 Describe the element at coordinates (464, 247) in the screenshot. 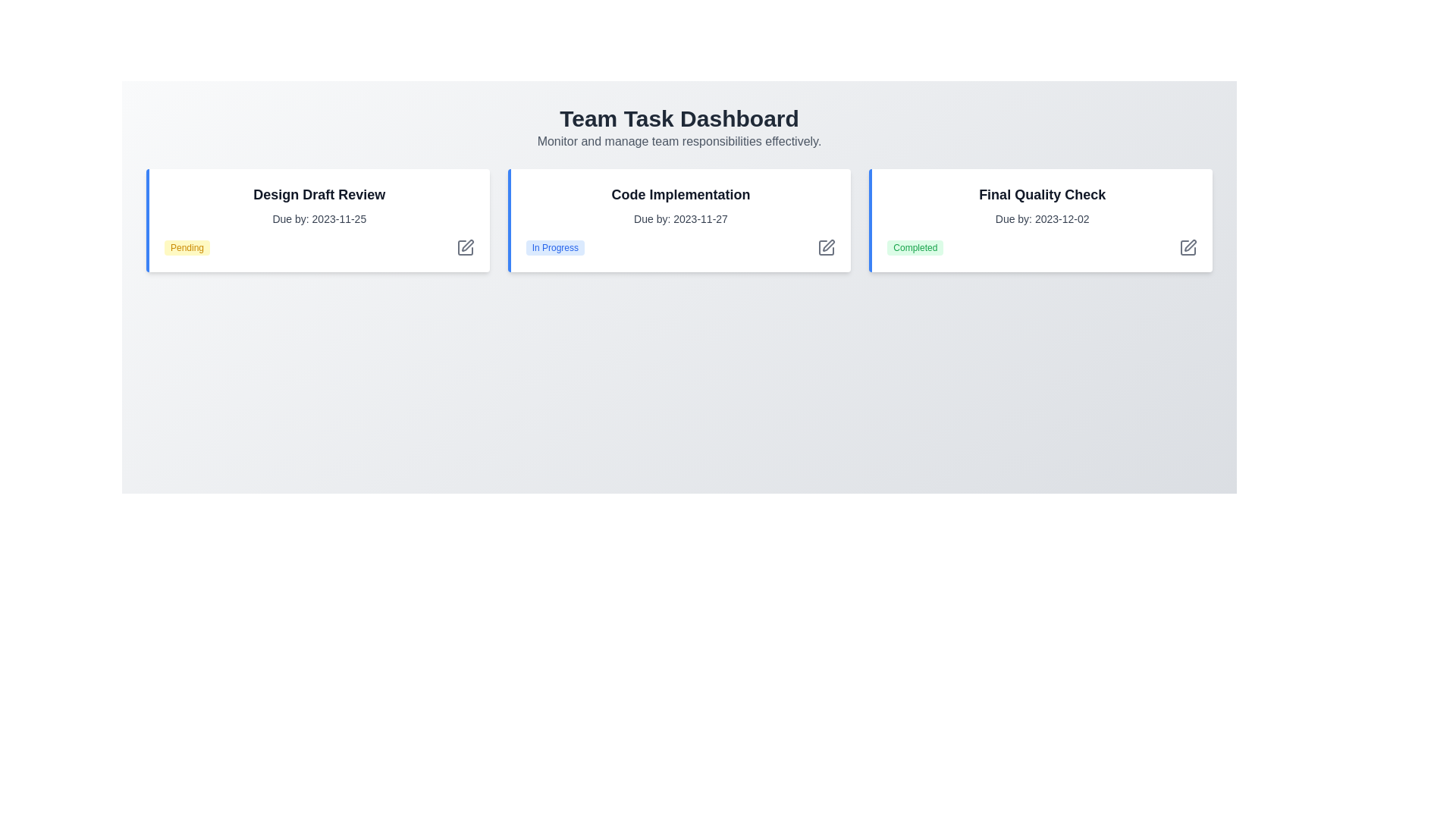

I see `the icon located at the right end of the 'Design Draft Review' card, adjacent to the red edit icon, to understand its meaning` at that location.